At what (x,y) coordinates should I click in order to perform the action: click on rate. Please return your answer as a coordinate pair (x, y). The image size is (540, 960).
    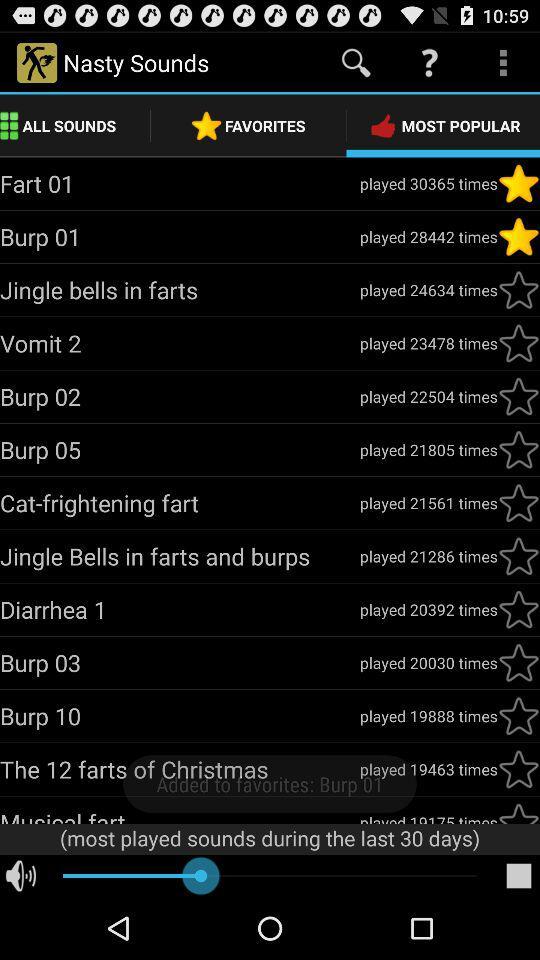
    Looking at the image, I should click on (518, 716).